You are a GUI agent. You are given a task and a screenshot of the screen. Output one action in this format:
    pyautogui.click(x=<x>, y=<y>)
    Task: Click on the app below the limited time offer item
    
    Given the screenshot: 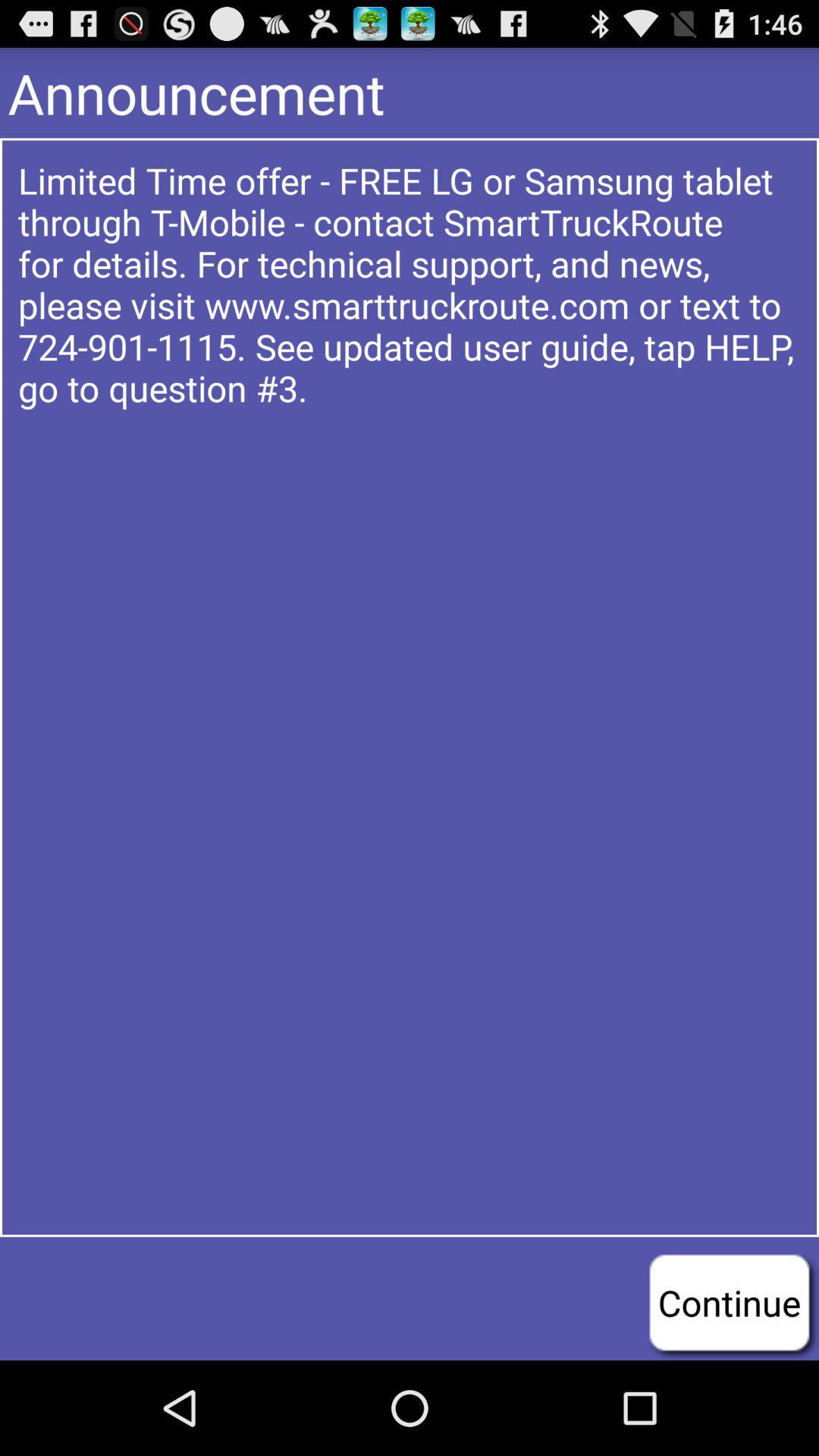 What is the action you would take?
    pyautogui.click(x=728, y=1301)
    